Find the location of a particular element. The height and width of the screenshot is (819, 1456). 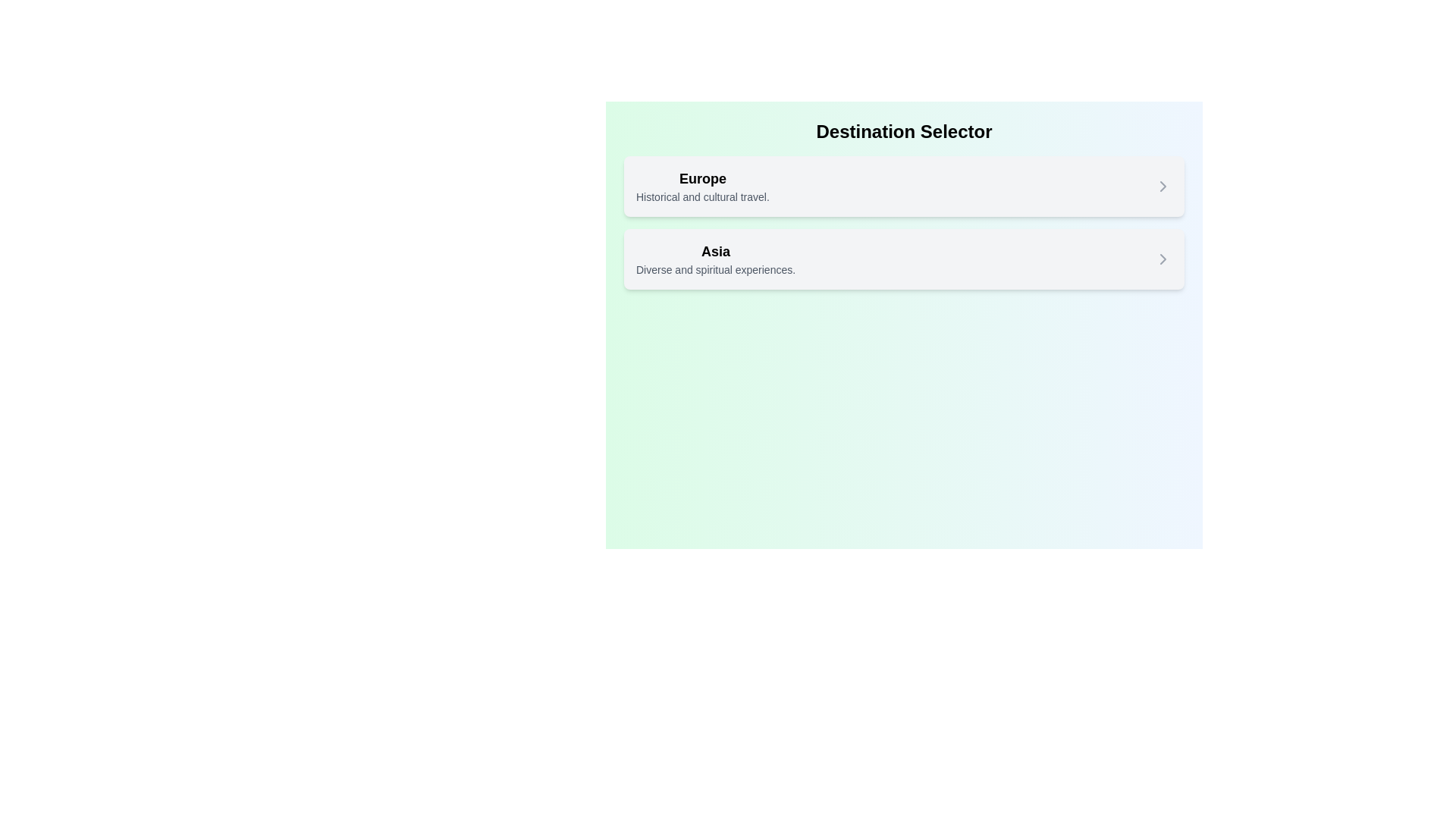

the right-pointing chevron icon next to the 'Asia' entry in the selection menu is located at coordinates (1163, 259).